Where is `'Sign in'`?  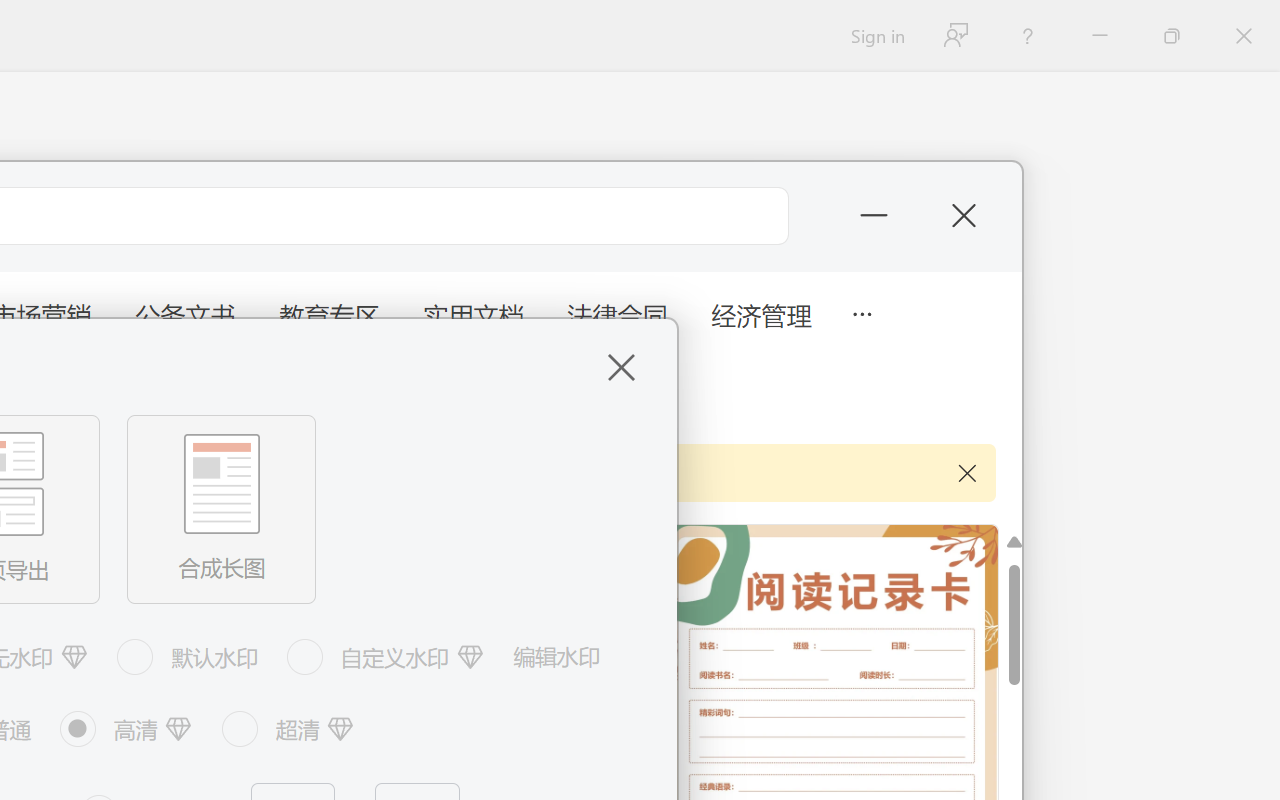 'Sign in' is located at coordinates (876, 34).